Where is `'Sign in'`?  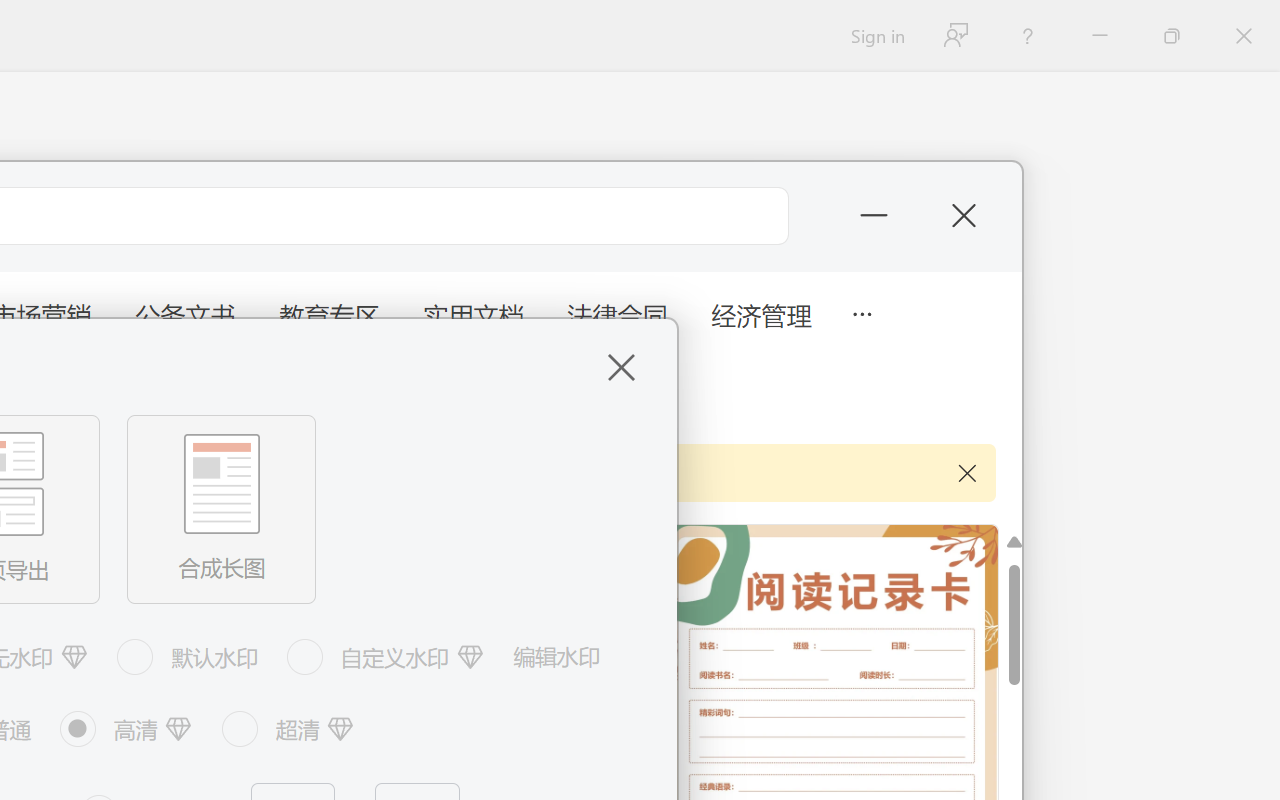 'Sign in' is located at coordinates (876, 34).